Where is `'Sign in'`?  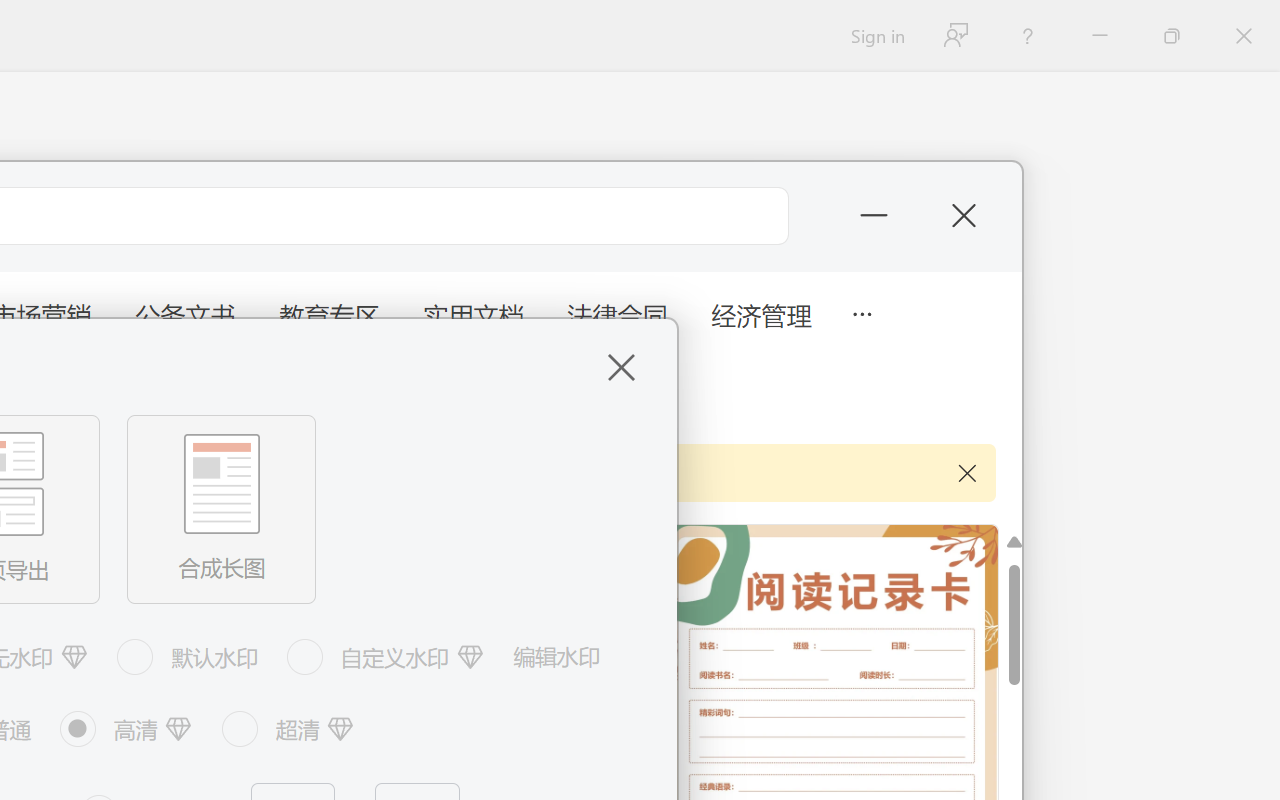 'Sign in' is located at coordinates (876, 34).